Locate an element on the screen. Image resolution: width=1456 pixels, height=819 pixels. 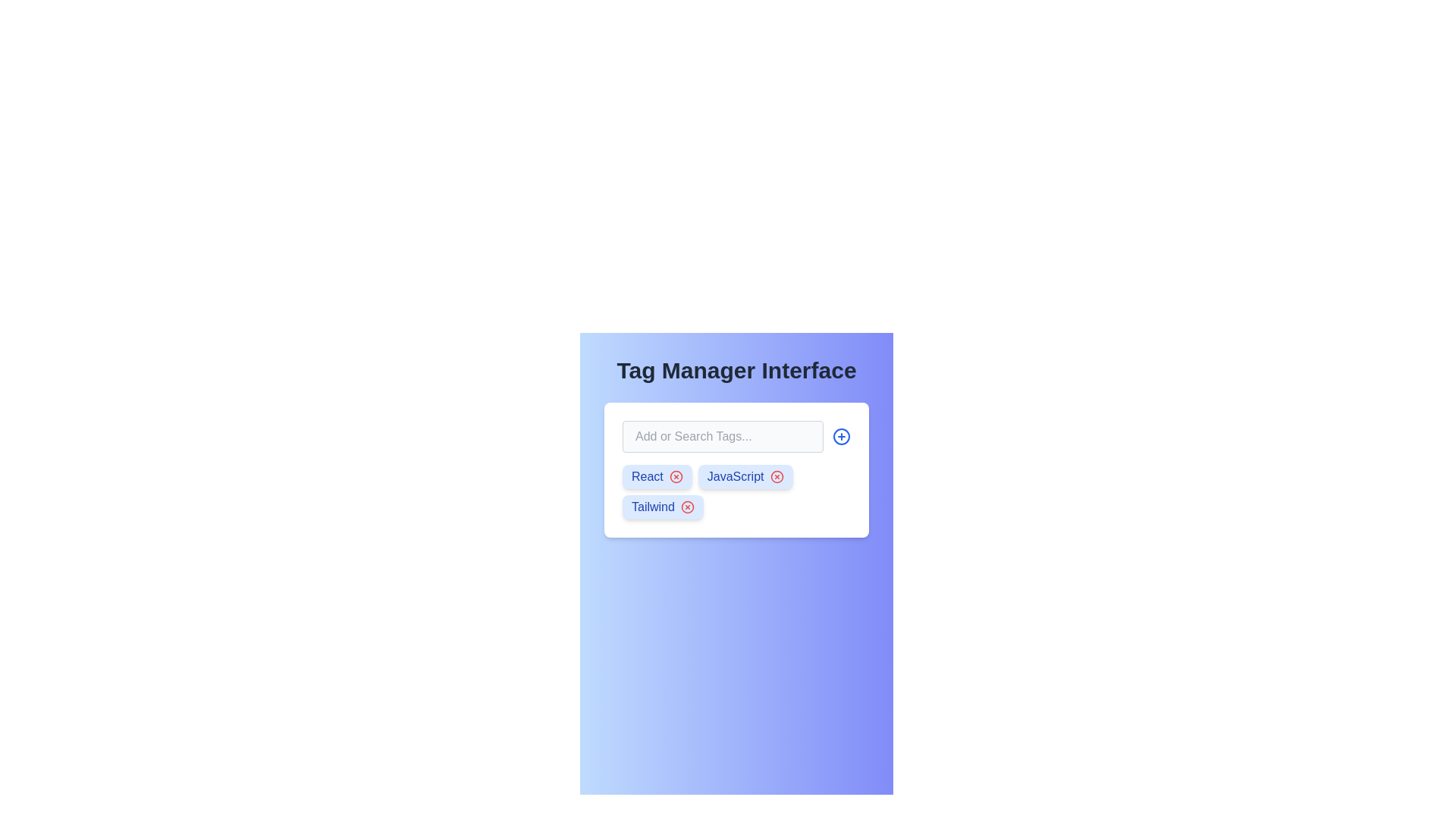
the rounded text input field with a light gray background and placeholder text 'Add or Search Tags...' located at the top-left corner of the 'Tag Manager Interface' section is located at coordinates (722, 436).